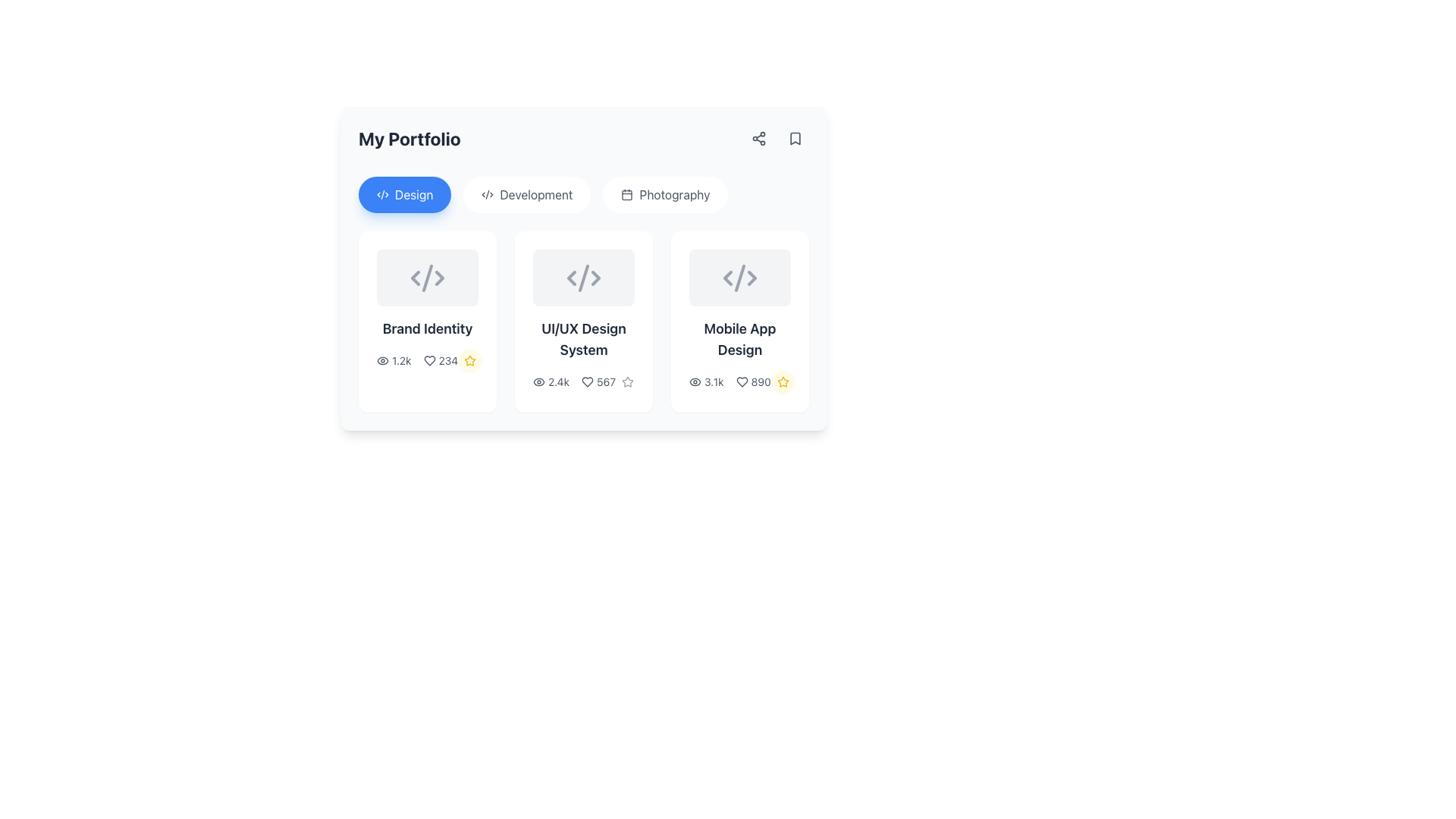  I want to click on the heart icon located in the bottom section of the third portfolio card from the left, so click(742, 381).